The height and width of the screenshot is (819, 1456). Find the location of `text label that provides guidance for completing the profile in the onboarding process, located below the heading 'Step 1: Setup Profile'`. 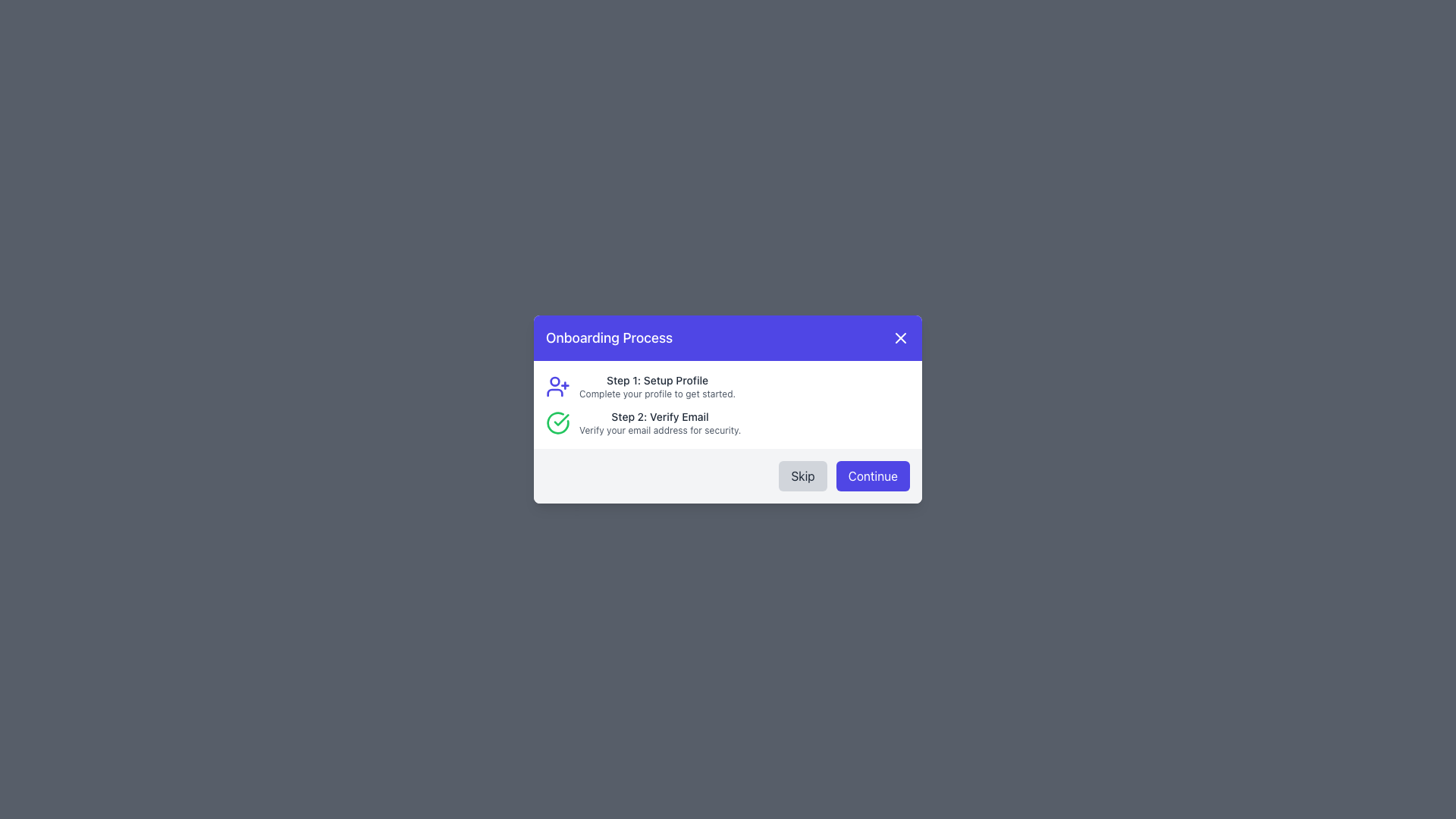

text label that provides guidance for completing the profile in the onboarding process, located below the heading 'Step 1: Setup Profile' is located at coordinates (657, 394).